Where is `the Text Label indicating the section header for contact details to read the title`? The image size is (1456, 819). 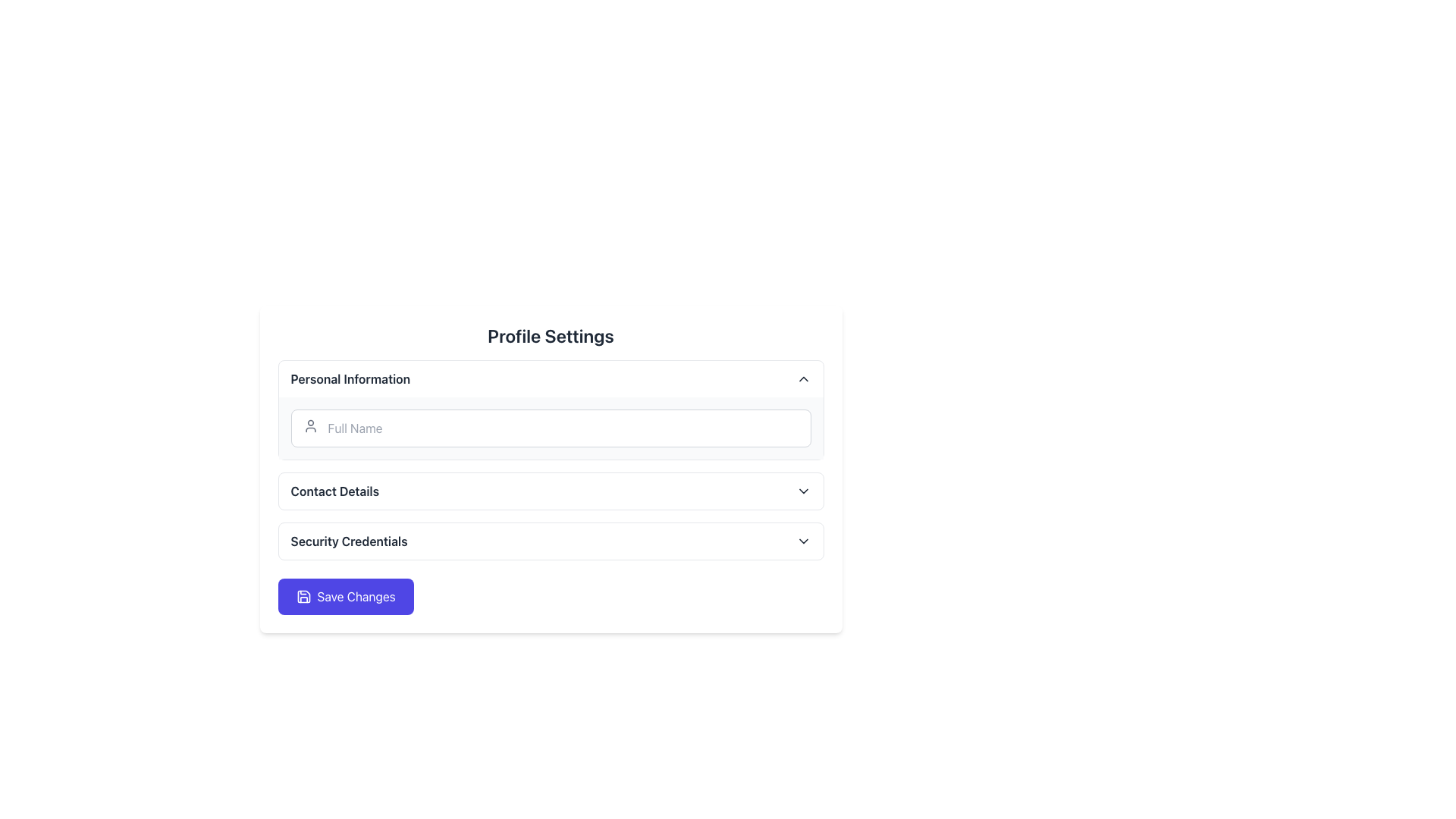
the Text Label indicating the section header for contact details to read the title is located at coordinates (334, 491).